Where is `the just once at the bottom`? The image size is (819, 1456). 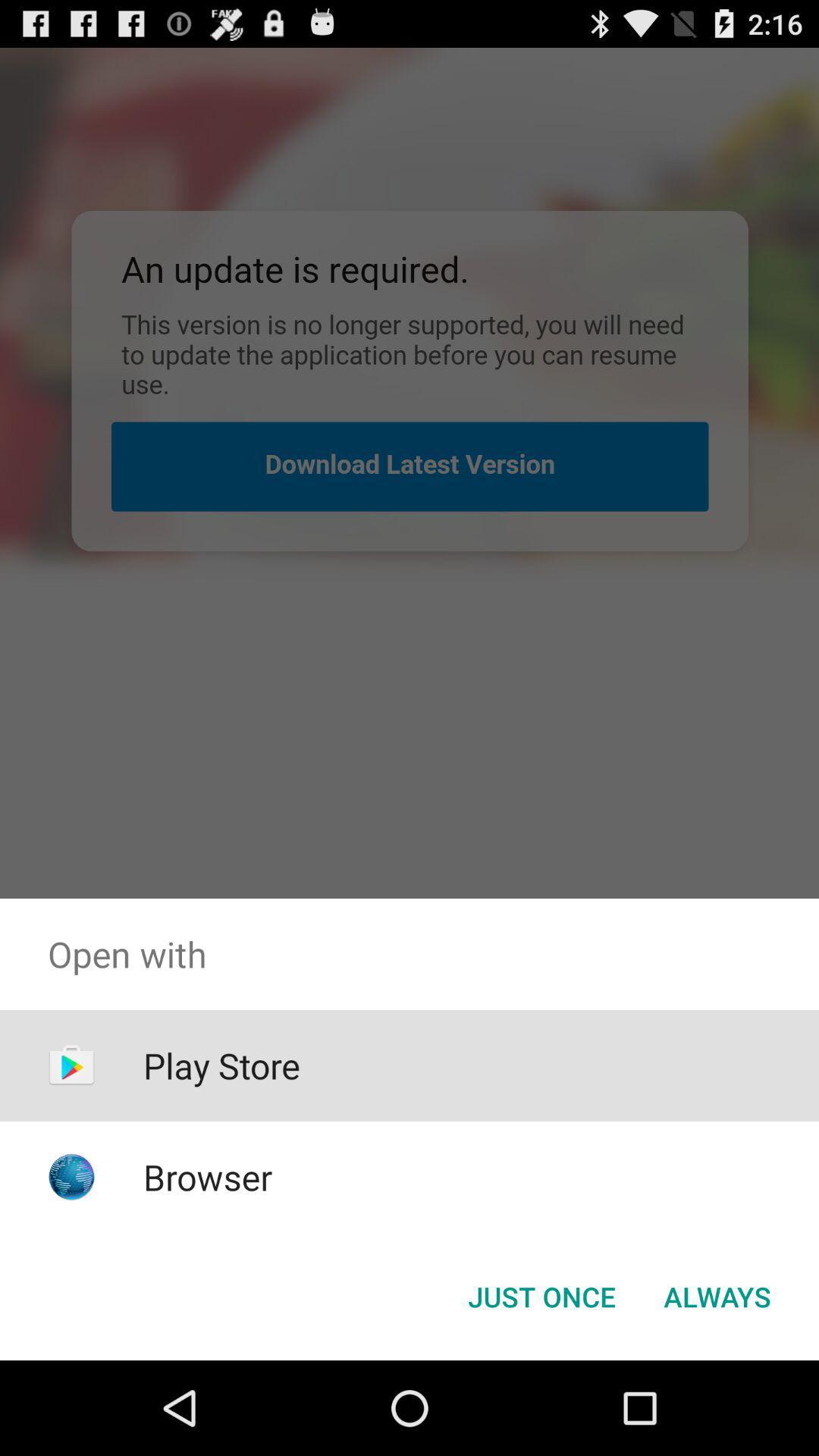 the just once at the bottom is located at coordinates (541, 1295).